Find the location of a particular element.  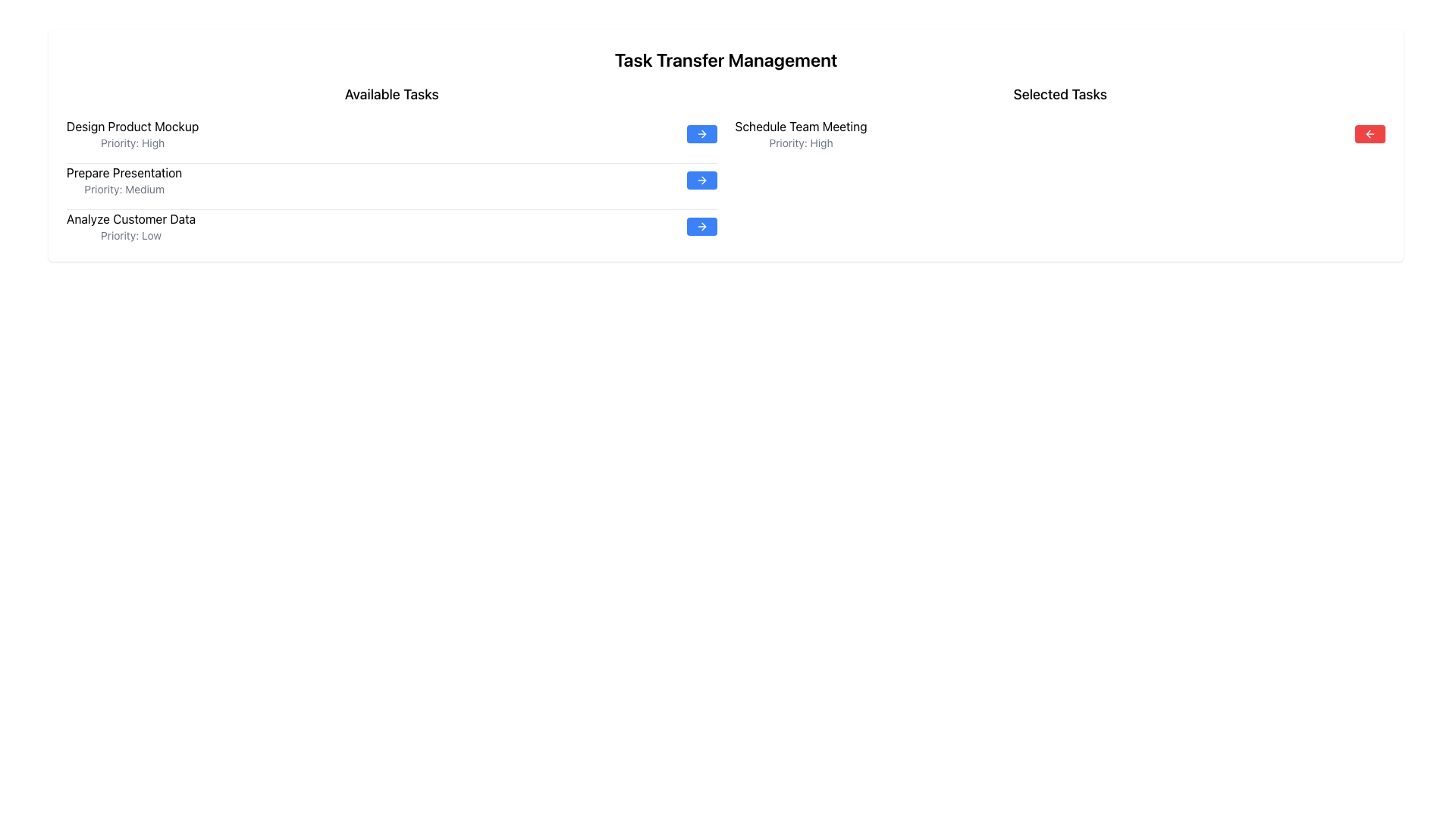

the blue button with a white right arrow icon, positioned at the far right of the 'Analyze Customer Data' task row, to trigger a visual state change is located at coordinates (701, 227).